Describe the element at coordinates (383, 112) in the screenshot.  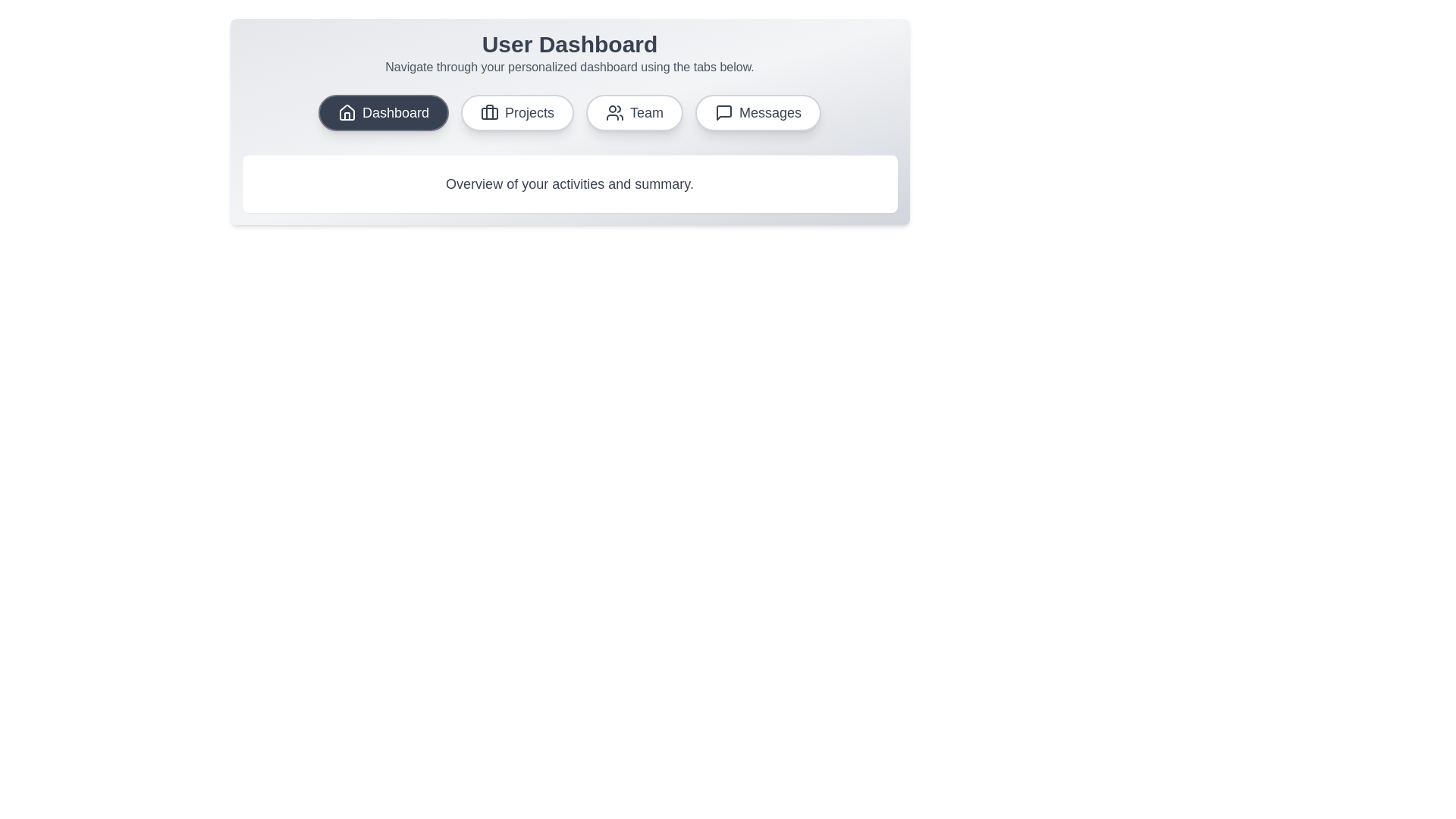
I see `the tab corresponding to Dashboard` at that location.